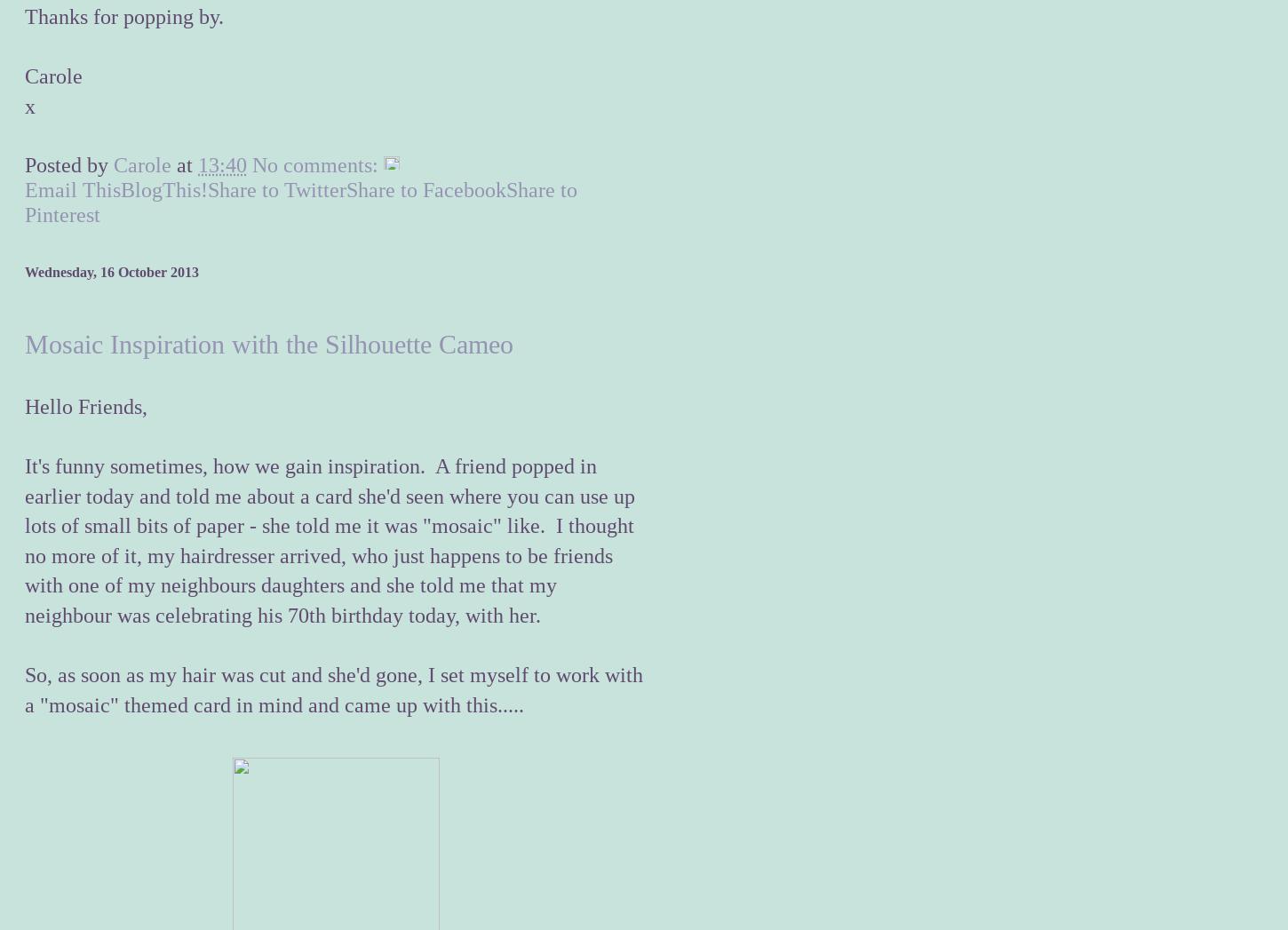 The width and height of the screenshot is (1288, 930). Describe the element at coordinates (425, 189) in the screenshot. I see `'Share to Facebook'` at that location.